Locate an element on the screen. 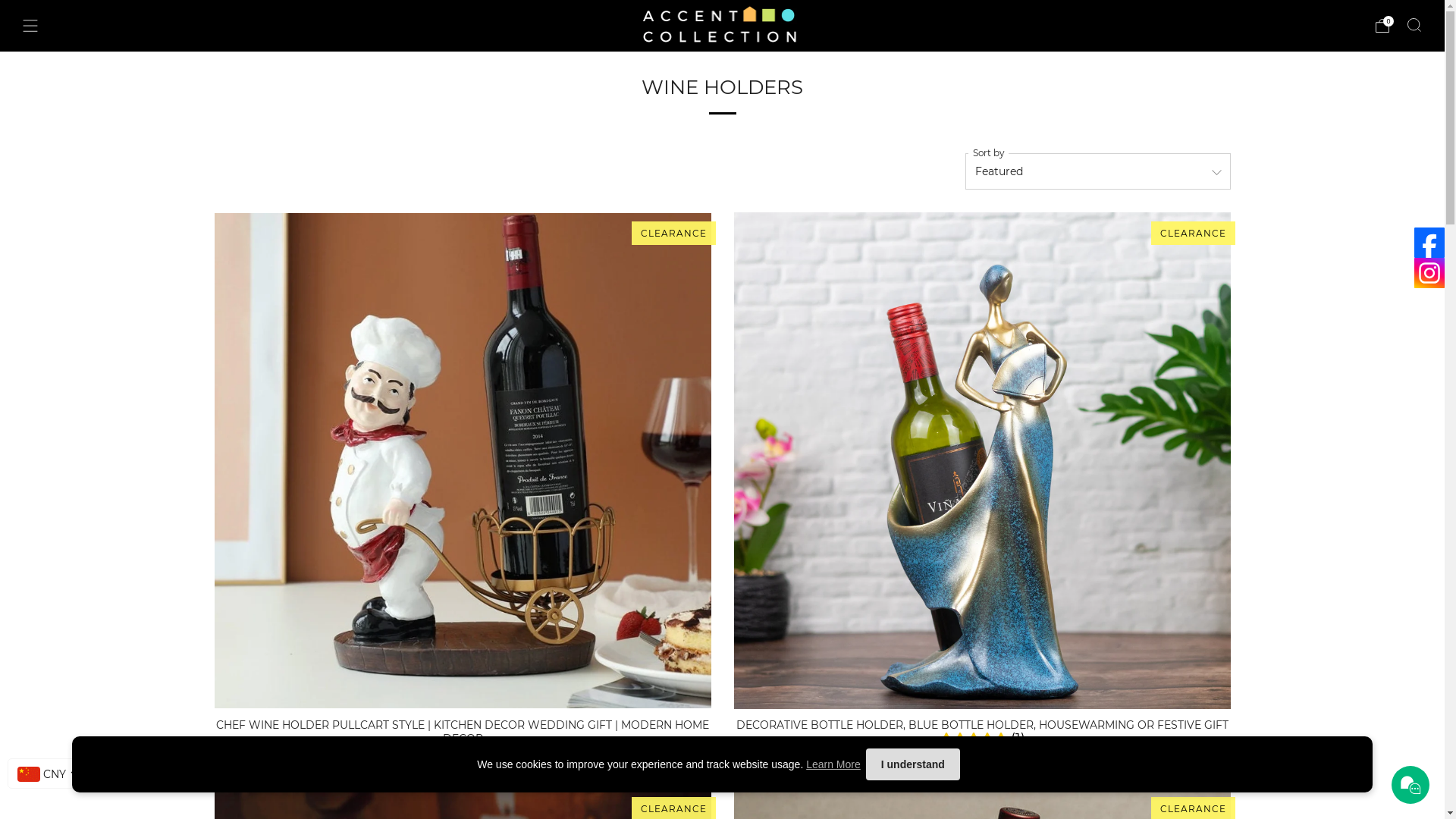 The width and height of the screenshot is (1456, 819). 'Instagram' is located at coordinates (1429, 271).